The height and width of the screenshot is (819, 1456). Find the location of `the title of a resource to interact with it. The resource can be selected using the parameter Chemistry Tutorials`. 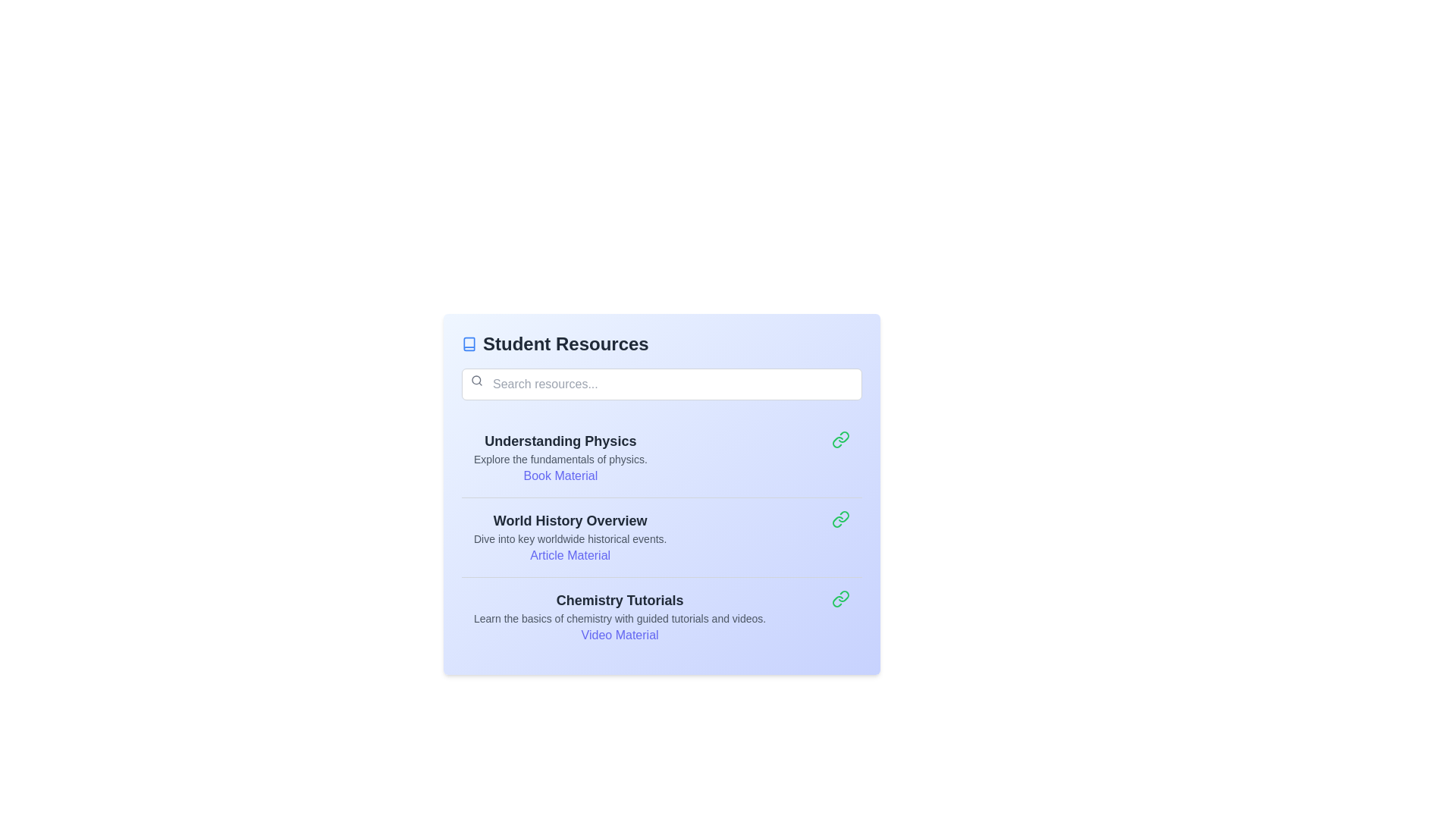

the title of a resource to interact with it. The resource can be selected using the parameter Chemistry Tutorials is located at coordinates (620, 599).